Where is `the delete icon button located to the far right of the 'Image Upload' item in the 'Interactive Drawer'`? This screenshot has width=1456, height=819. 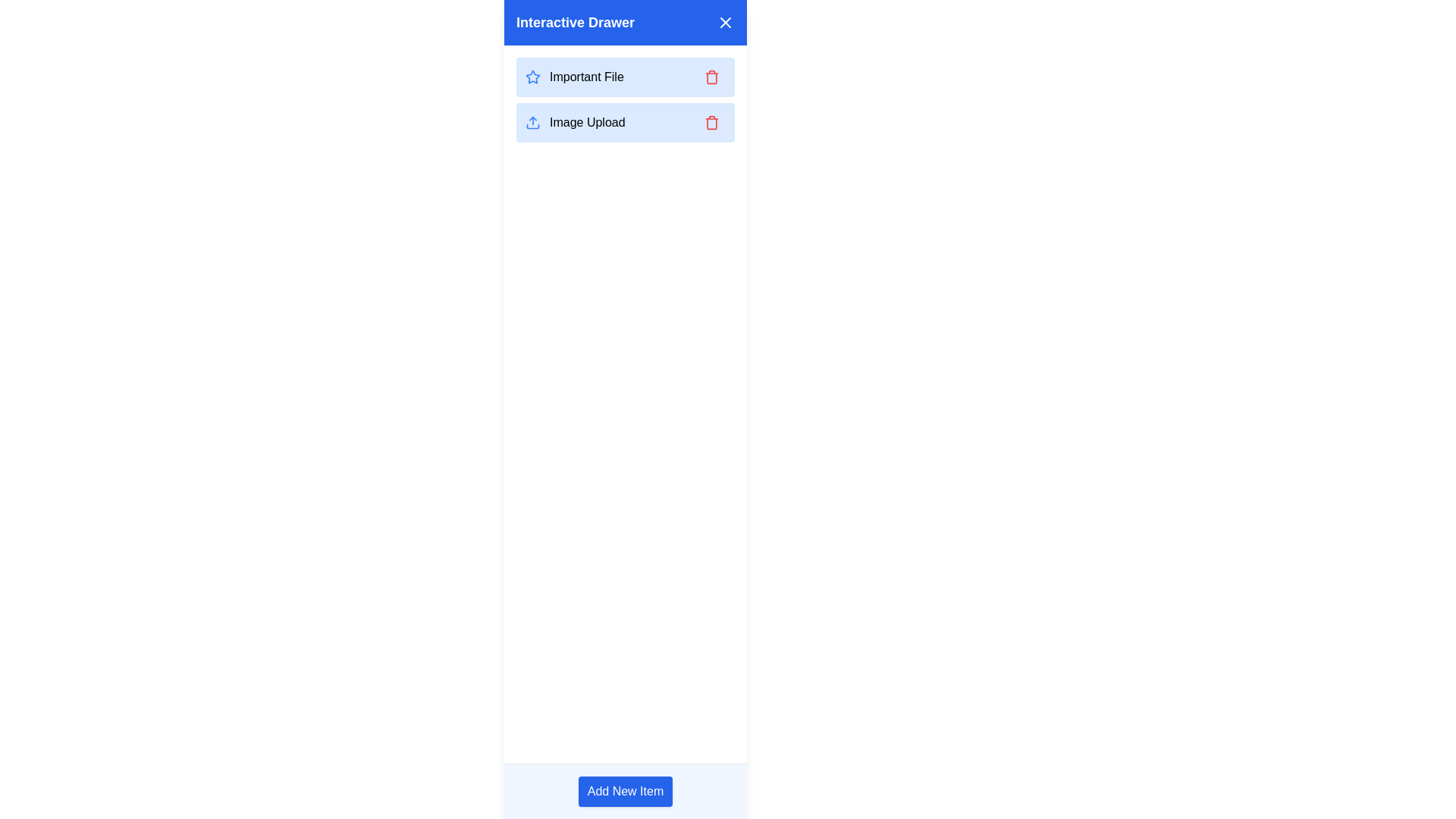
the delete icon button located to the far right of the 'Image Upload' item in the 'Interactive Drawer' is located at coordinates (711, 122).